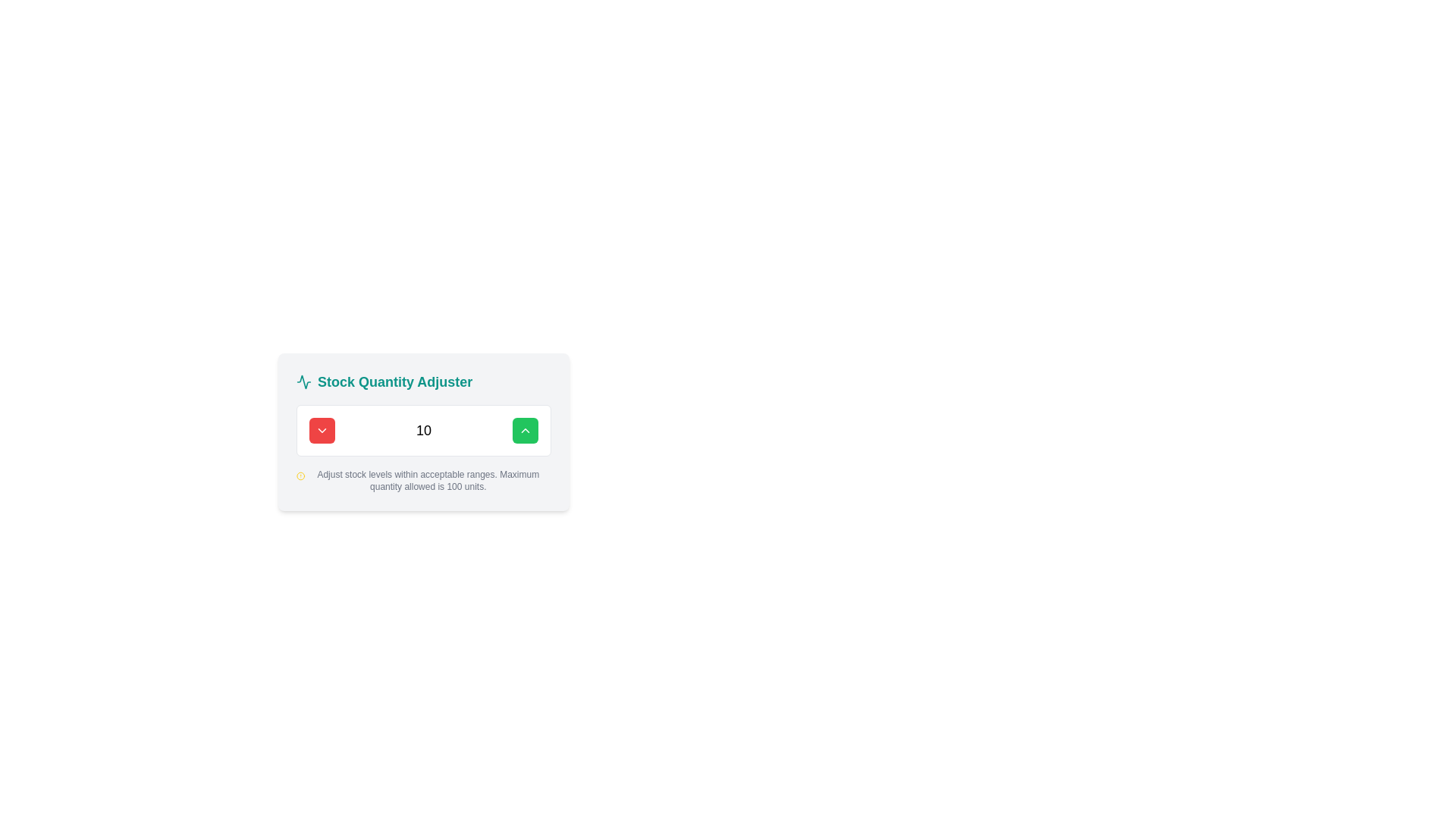 This screenshot has width=1456, height=819. I want to click on the downward-facing chevron icon located centrally within the red rounded rectangular button to initiate a decrement action, so click(322, 430).